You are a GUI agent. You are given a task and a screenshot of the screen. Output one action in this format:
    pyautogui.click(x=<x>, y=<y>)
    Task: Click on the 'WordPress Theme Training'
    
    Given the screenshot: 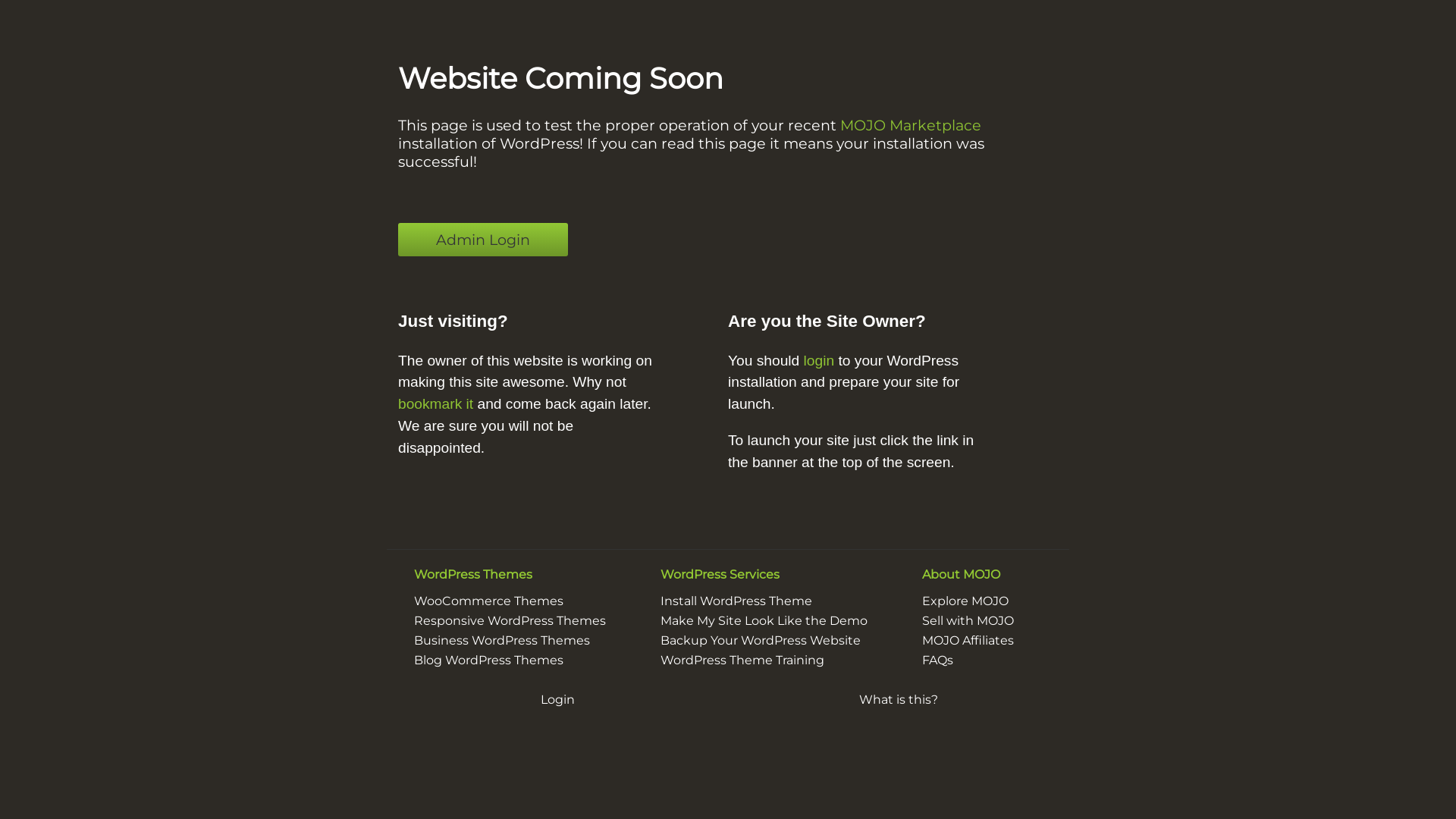 What is the action you would take?
    pyautogui.click(x=742, y=659)
    